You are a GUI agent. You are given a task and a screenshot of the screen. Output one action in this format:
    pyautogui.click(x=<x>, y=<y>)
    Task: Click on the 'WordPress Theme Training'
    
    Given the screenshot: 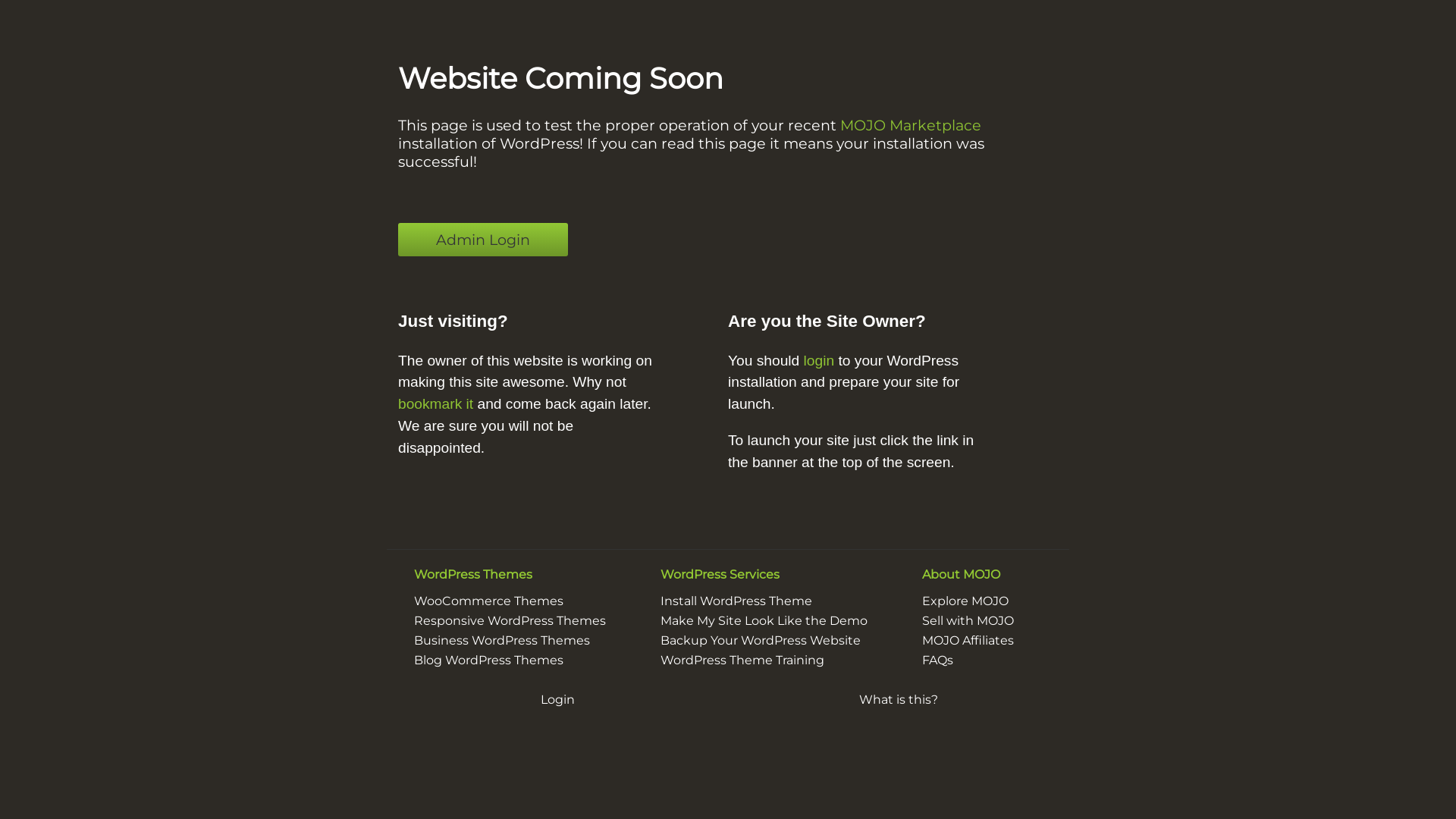 What is the action you would take?
    pyautogui.click(x=742, y=659)
    